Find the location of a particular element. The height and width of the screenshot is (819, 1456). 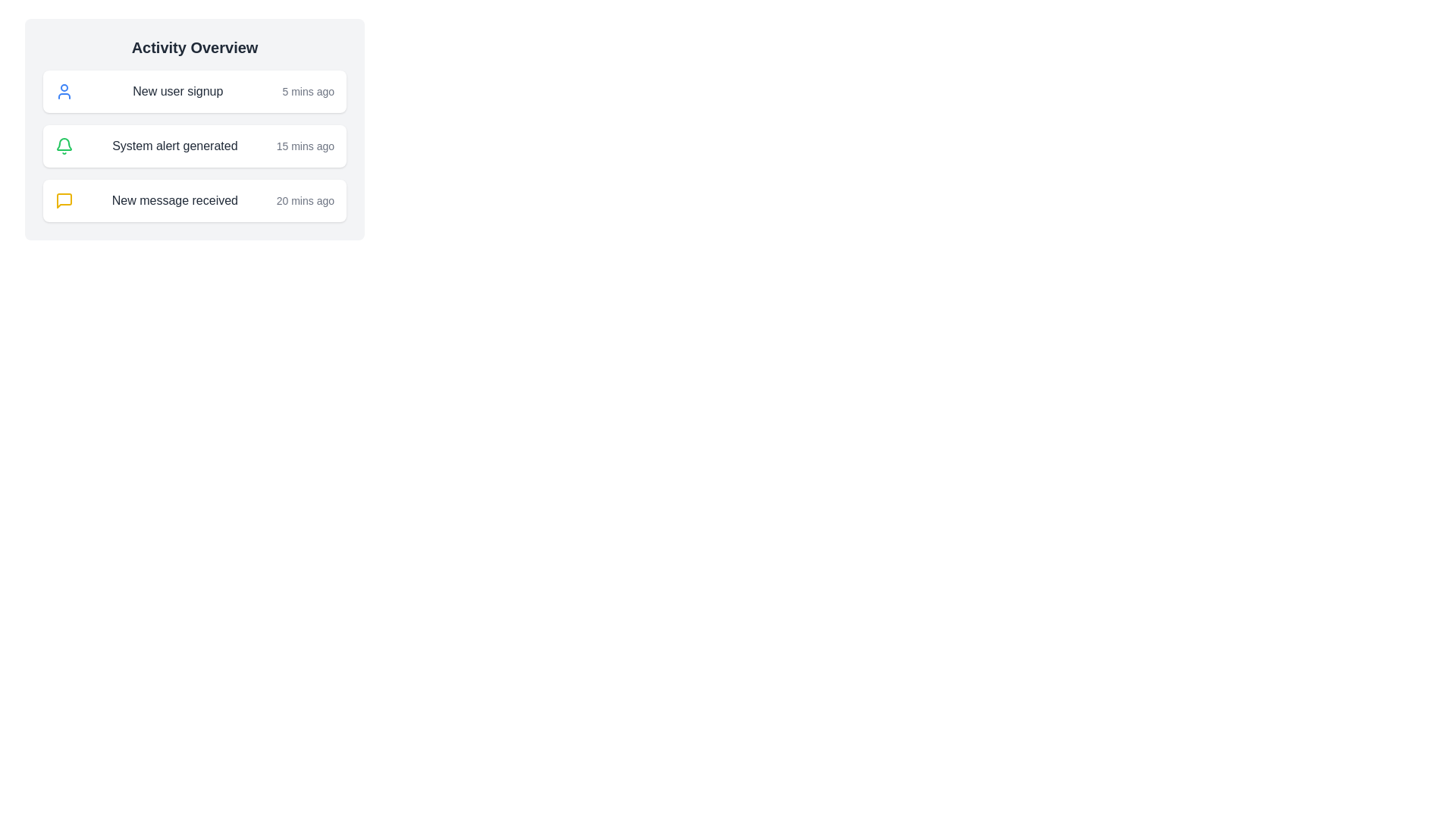

the text label indicating a new user signup activity is located at coordinates (177, 91).